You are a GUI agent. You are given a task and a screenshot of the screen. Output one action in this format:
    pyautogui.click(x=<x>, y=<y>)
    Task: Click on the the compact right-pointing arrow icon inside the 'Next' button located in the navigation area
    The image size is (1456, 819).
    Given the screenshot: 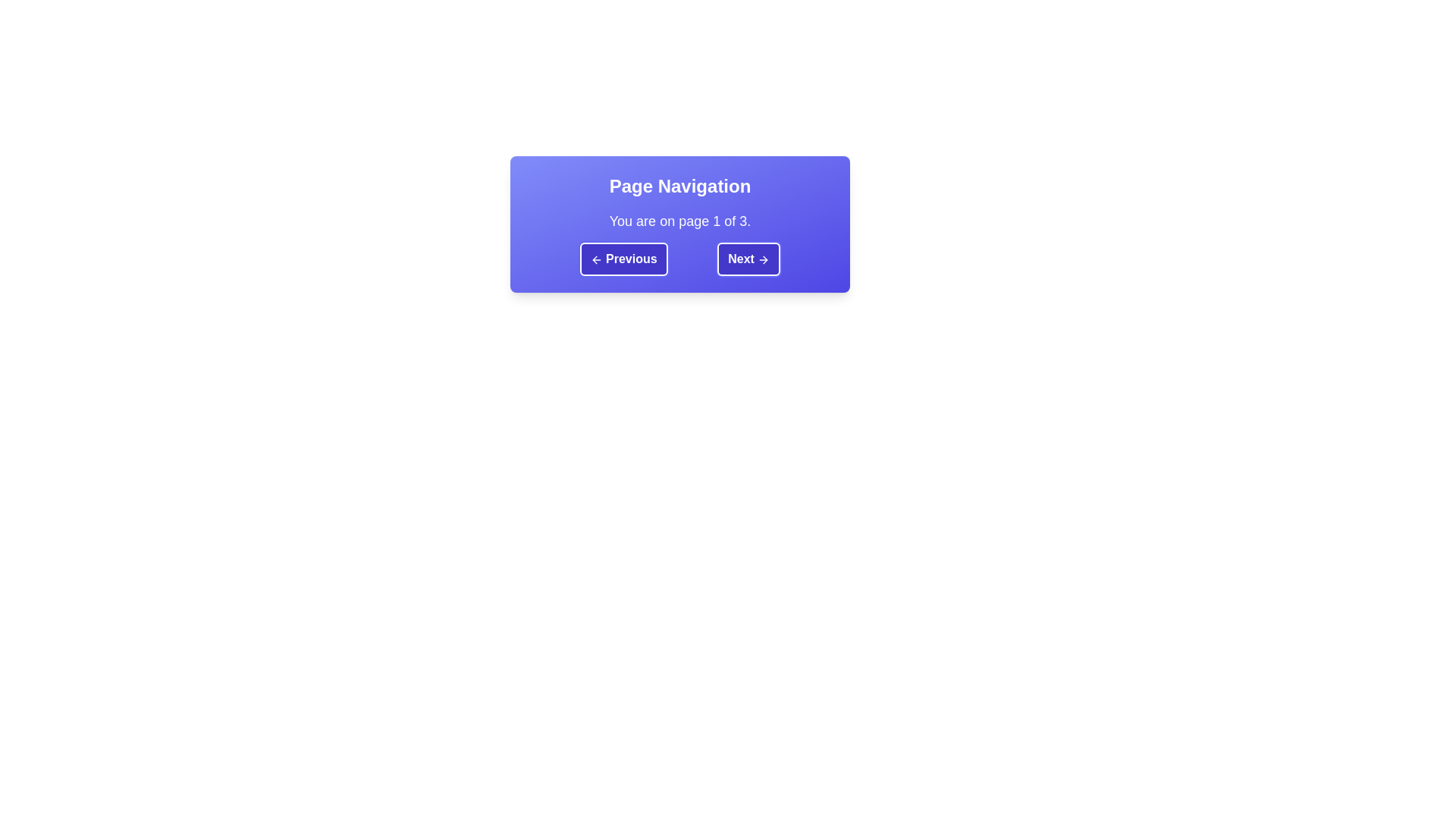 What is the action you would take?
    pyautogui.click(x=764, y=259)
    